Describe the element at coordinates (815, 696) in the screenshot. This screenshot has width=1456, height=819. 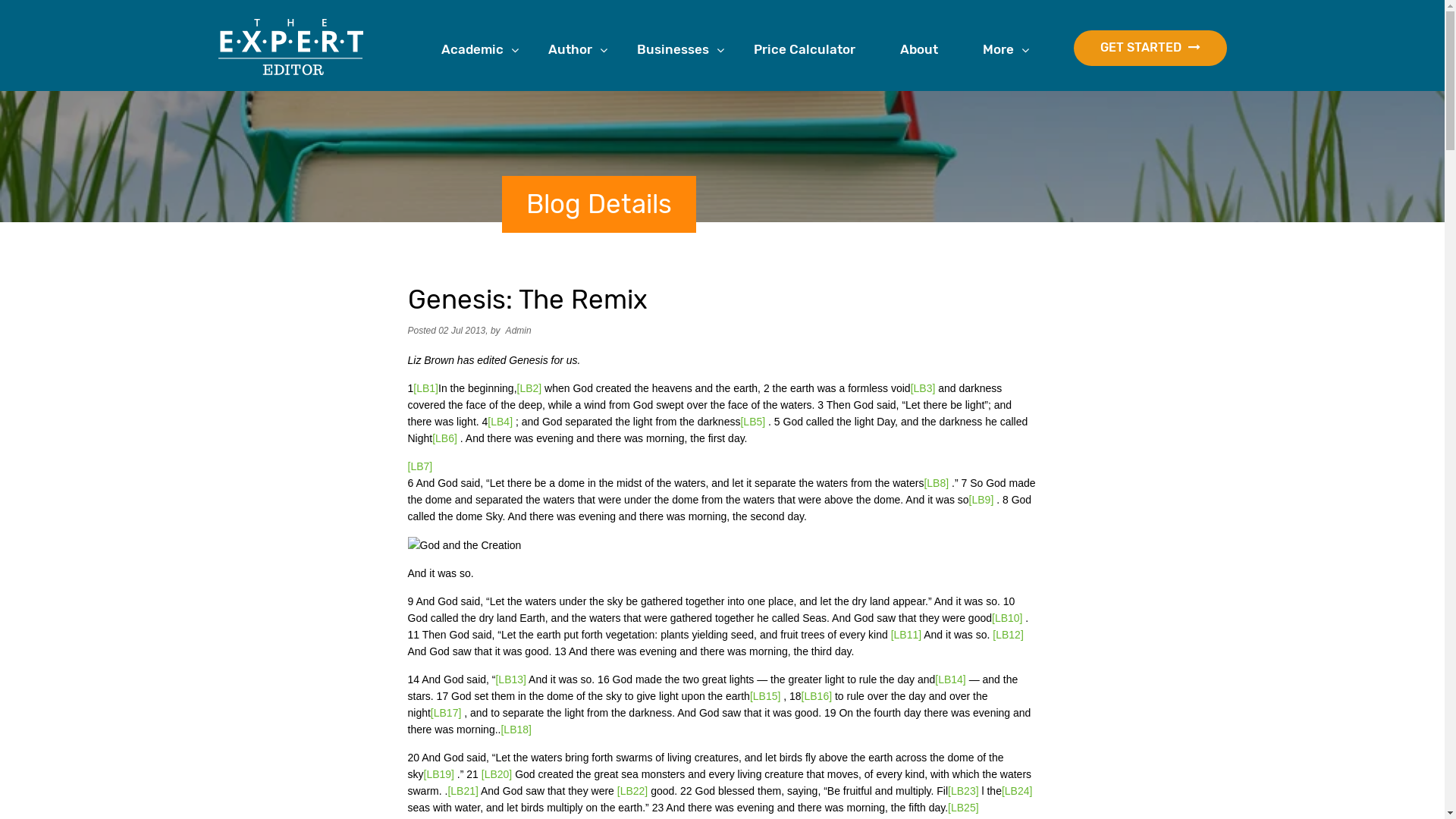
I see `'[LB16]'` at that location.